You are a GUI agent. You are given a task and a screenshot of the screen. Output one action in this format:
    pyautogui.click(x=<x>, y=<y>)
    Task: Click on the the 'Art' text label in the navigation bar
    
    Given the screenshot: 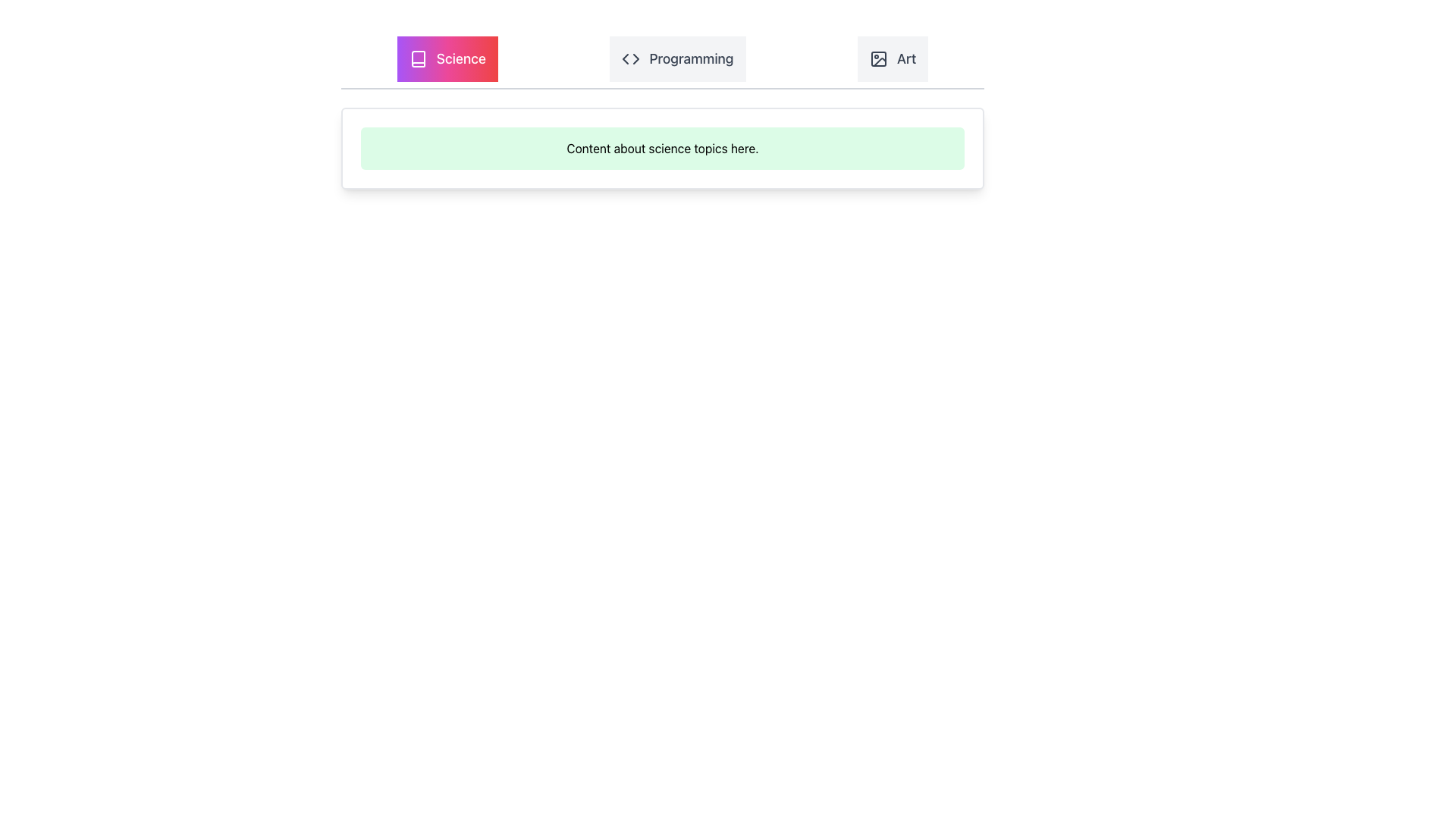 What is the action you would take?
    pyautogui.click(x=906, y=58)
    